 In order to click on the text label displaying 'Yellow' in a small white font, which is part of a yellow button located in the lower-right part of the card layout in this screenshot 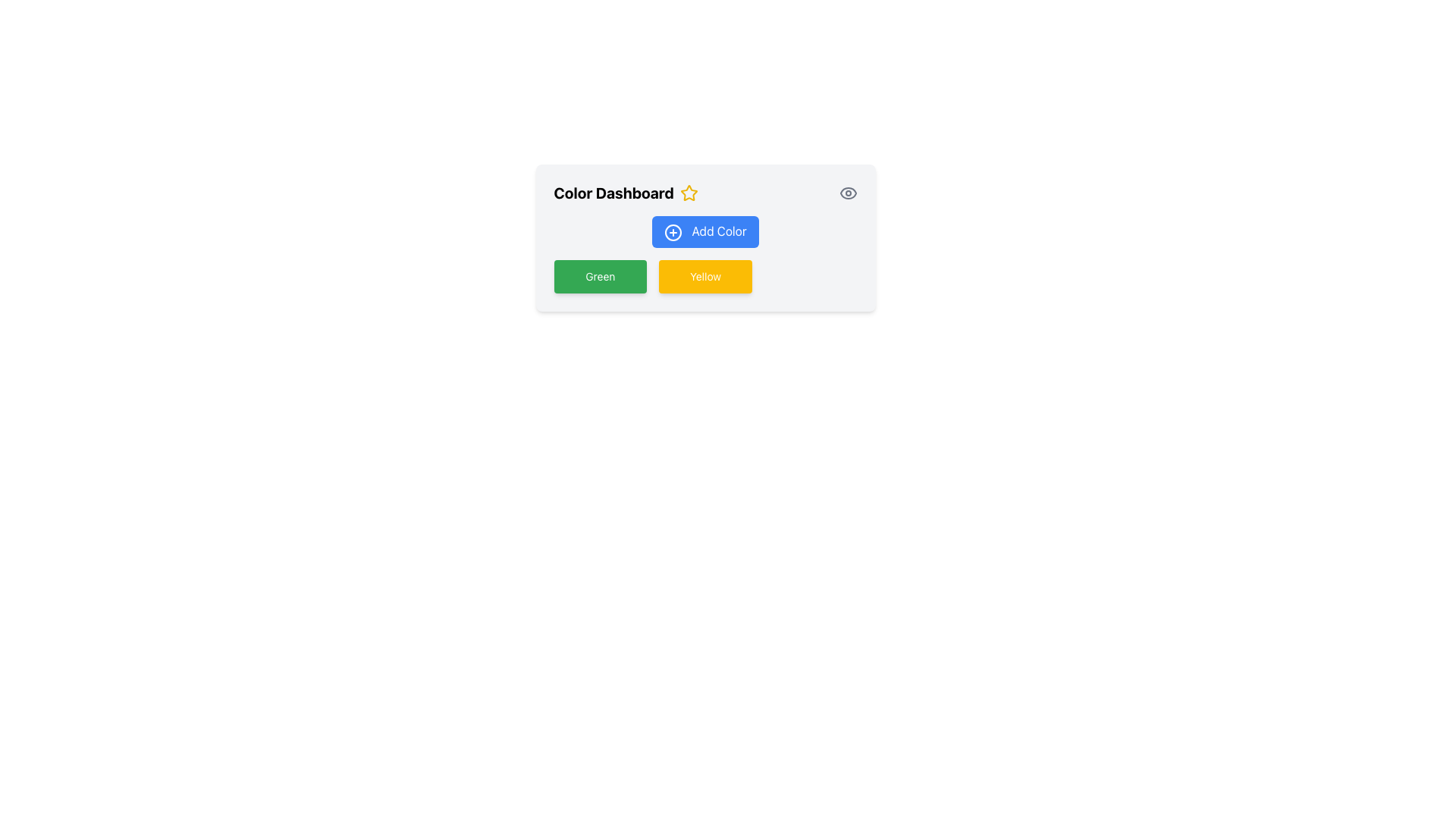, I will do `click(704, 276)`.